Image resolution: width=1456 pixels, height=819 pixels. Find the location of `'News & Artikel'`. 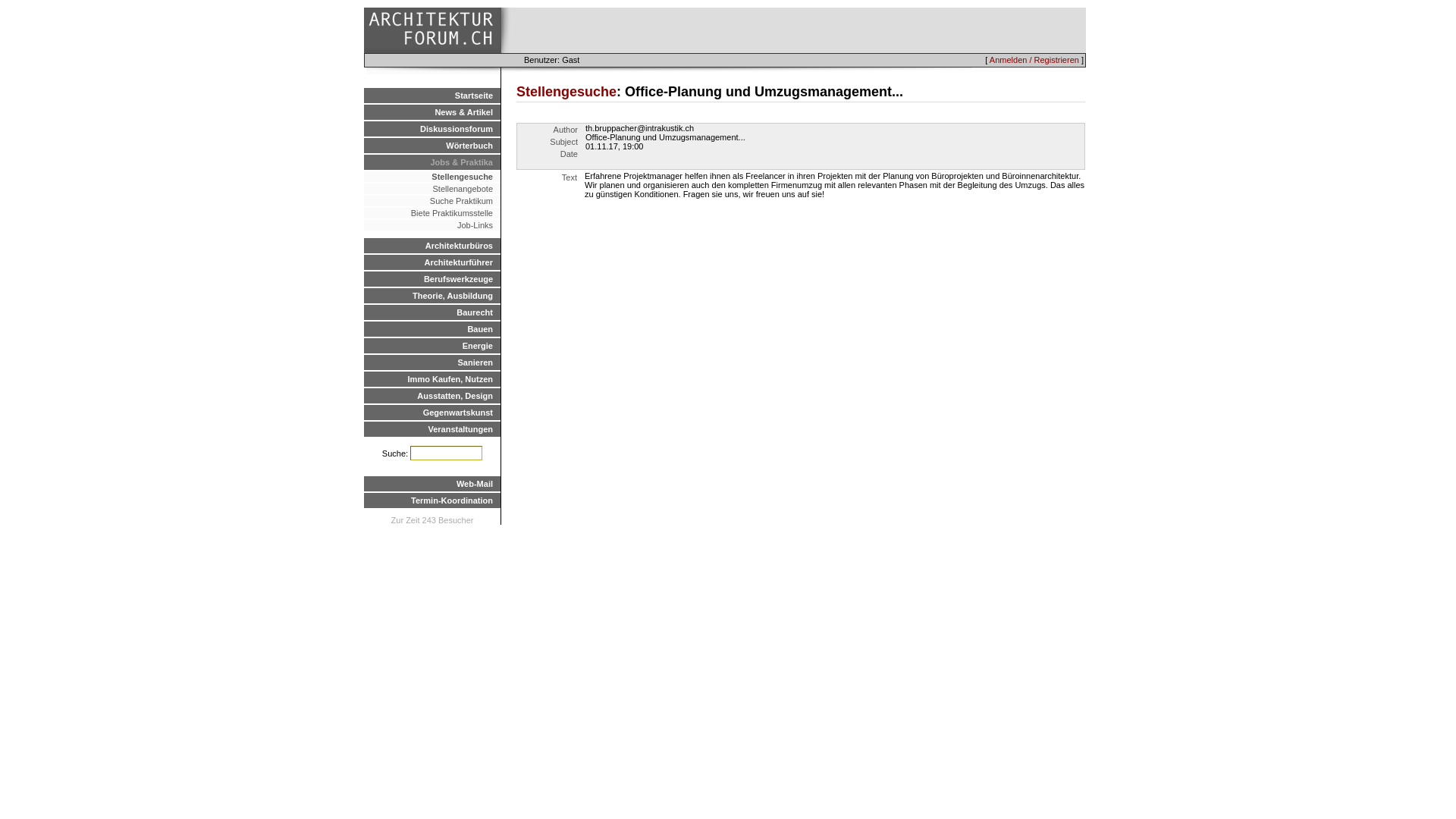

'News & Artikel' is located at coordinates (431, 111).